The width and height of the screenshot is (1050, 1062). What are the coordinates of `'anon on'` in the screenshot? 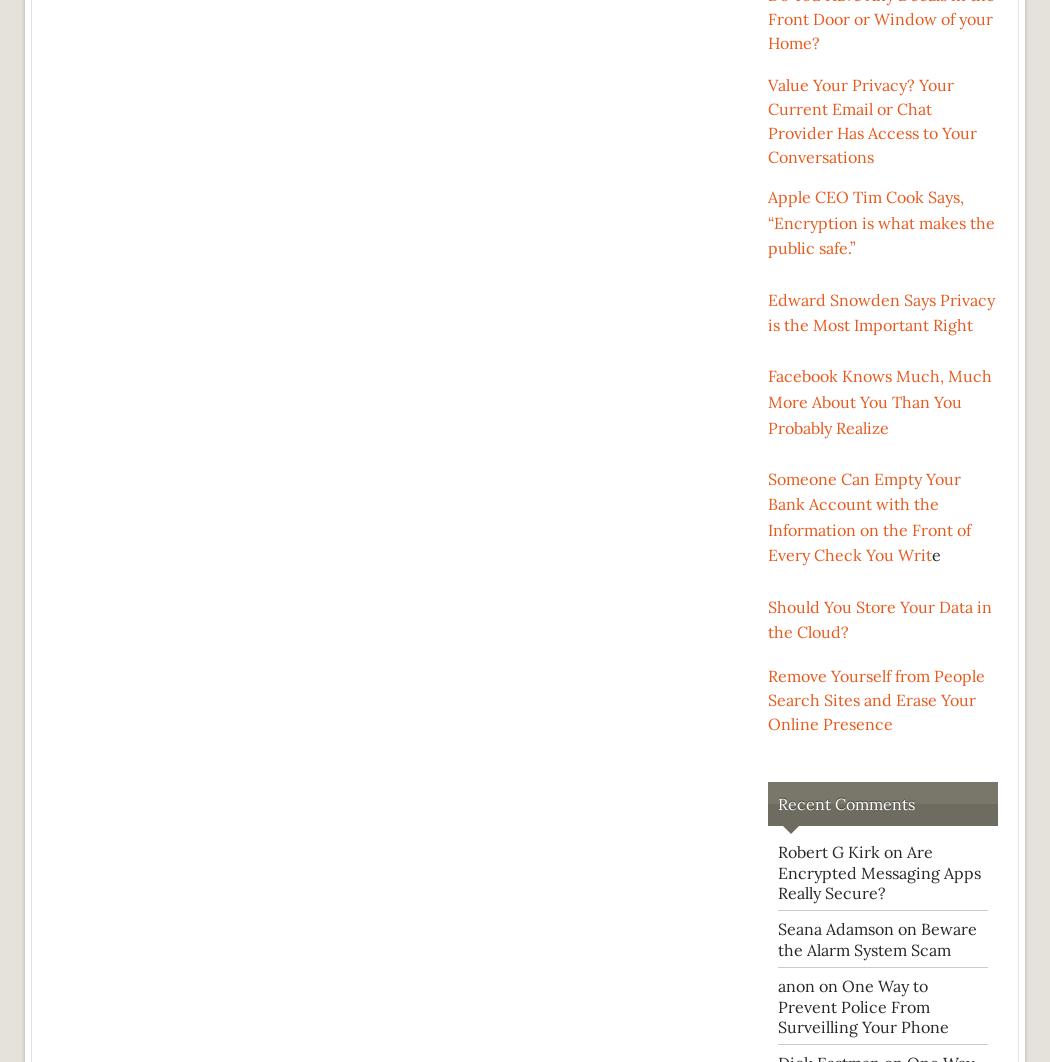 It's located at (778, 984).